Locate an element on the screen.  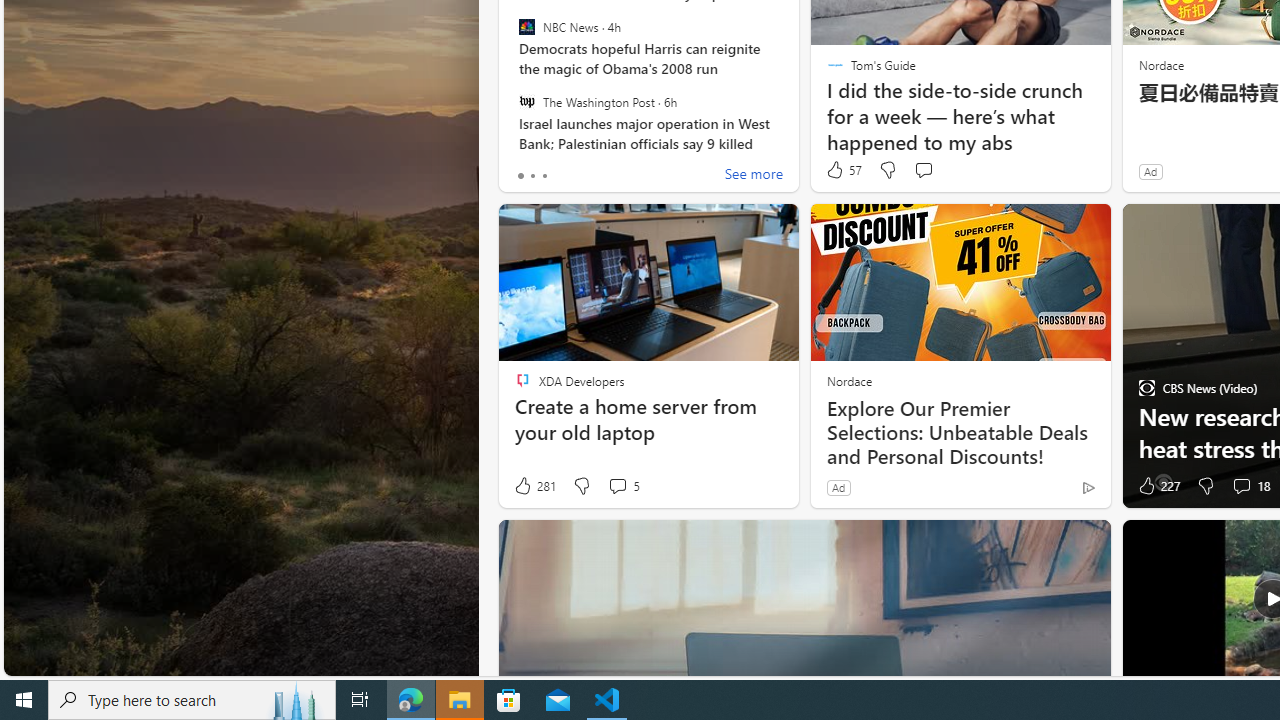
'NBC News' is located at coordinates (526, 27).